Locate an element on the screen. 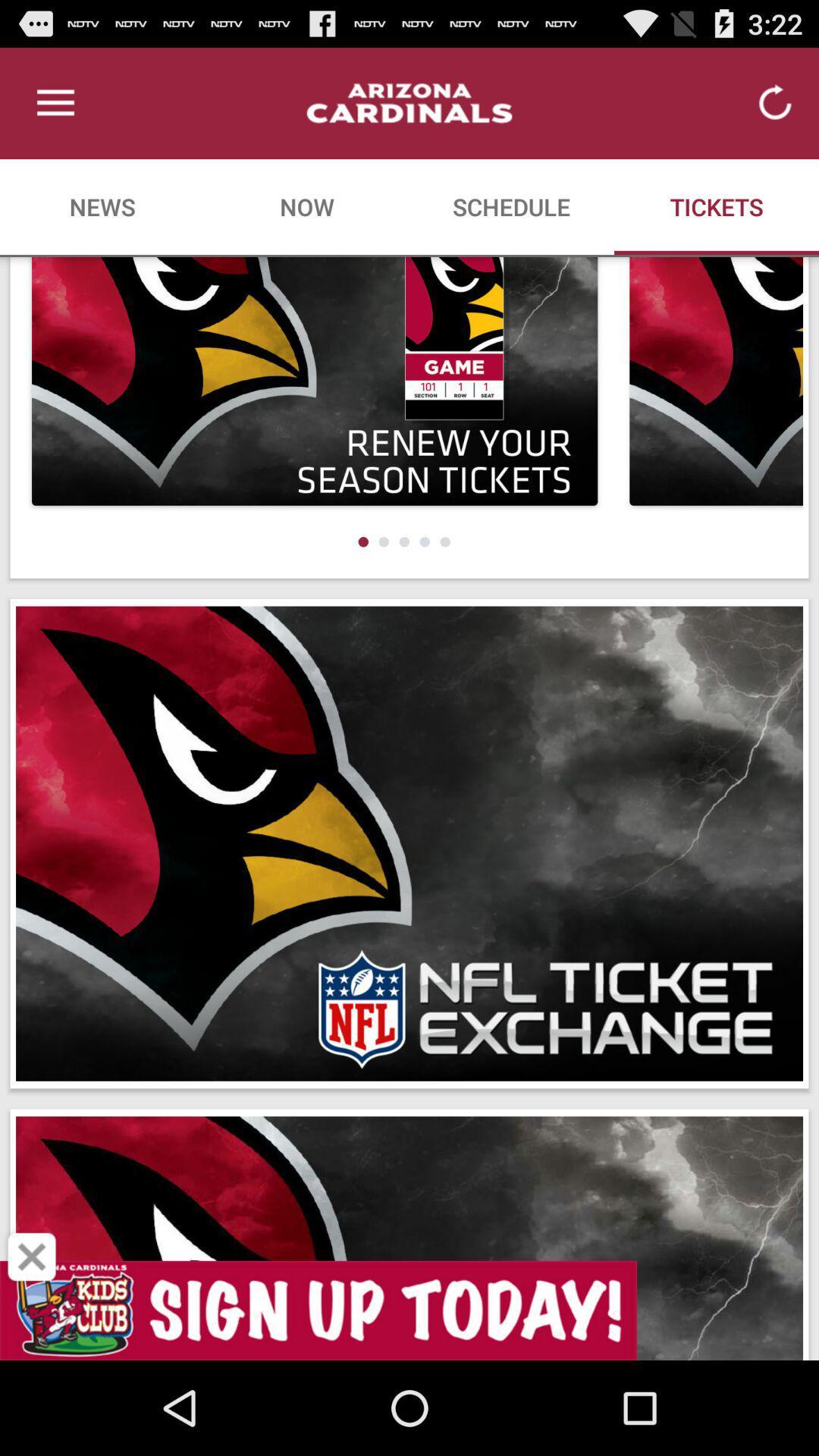  close is located at coordinates (32, 1257).